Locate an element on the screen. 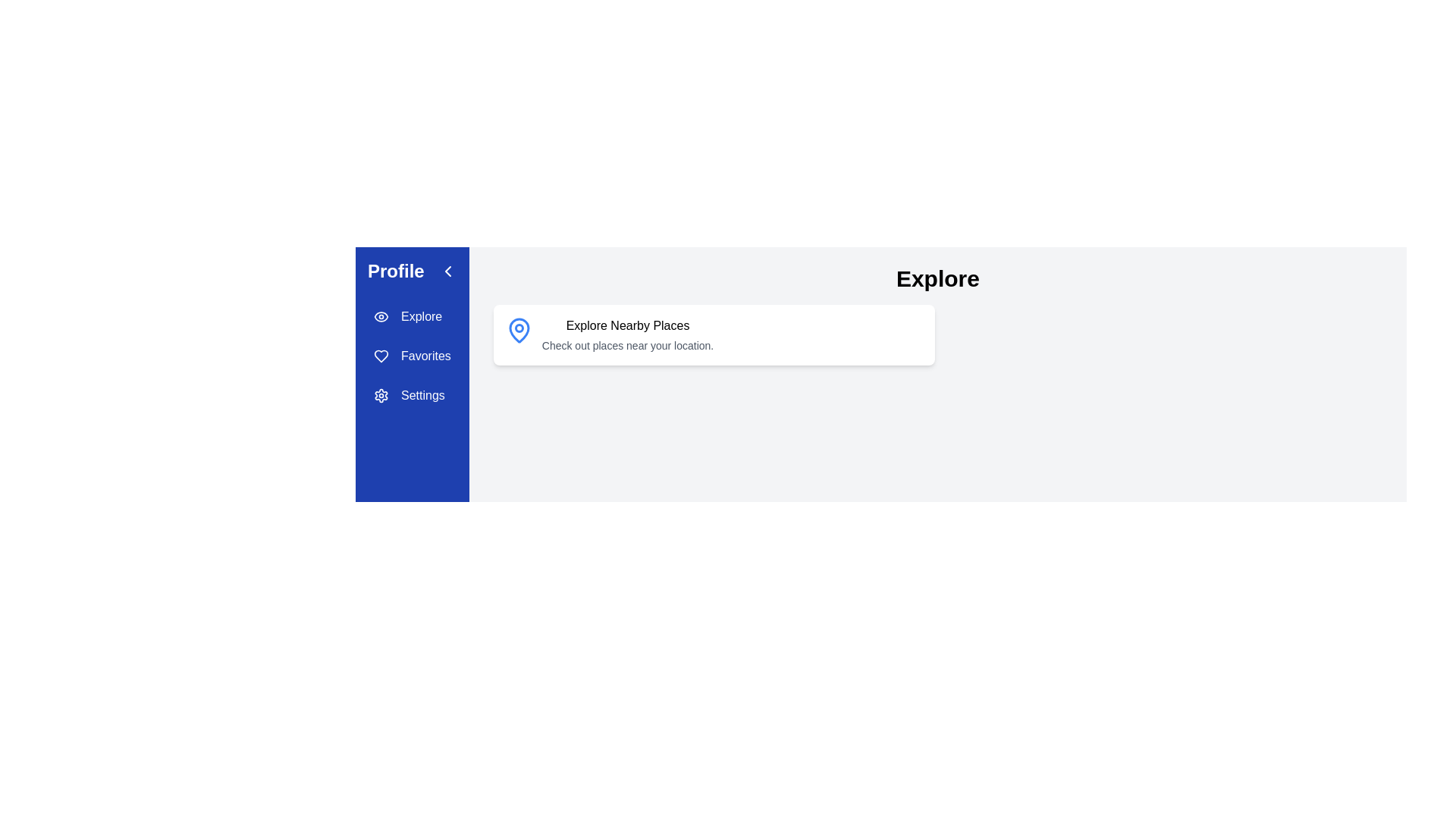 This screenshot has height=819, width=1456. the 'Favorites' button, which is the second item in the vertically-stacked list in the blue sidebar, positioned between 'Explore' and 'Settings' is located at coordinates (412, 356).